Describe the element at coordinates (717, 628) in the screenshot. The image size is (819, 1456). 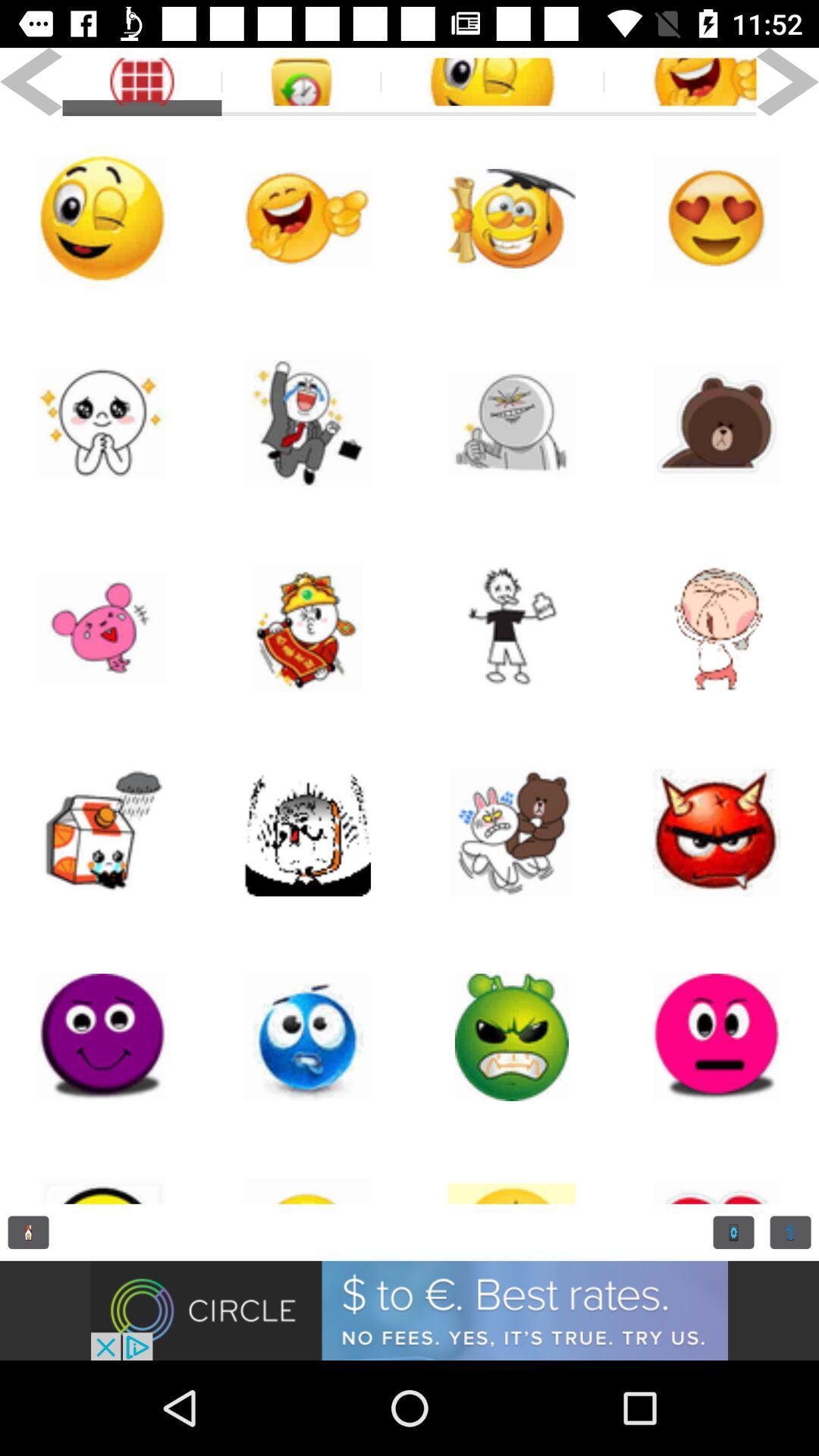
I see `smiley option` at that location.